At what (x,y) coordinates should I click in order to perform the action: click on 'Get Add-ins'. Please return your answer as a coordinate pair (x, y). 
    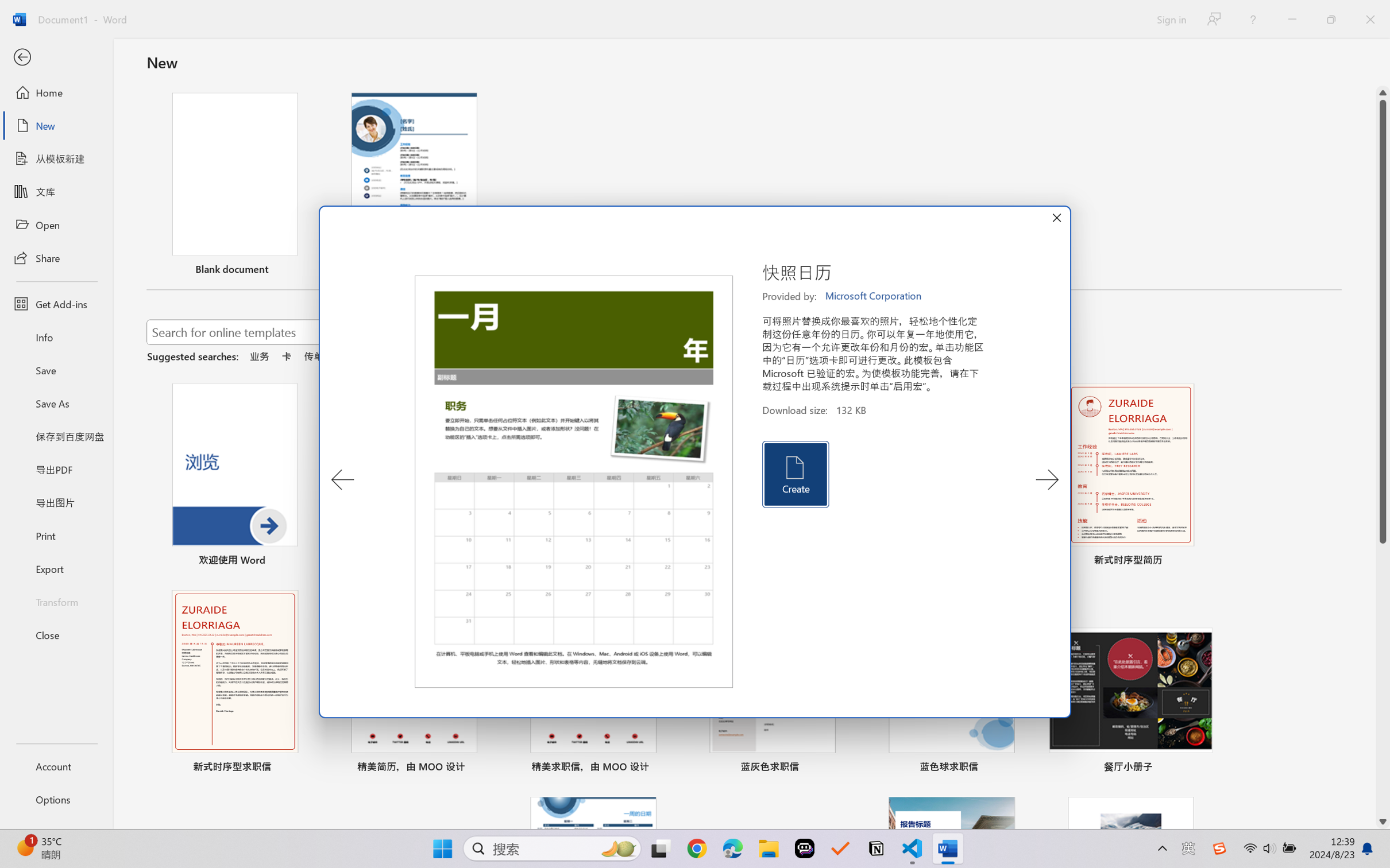
    Looking at the image, I should click on (56, 303).